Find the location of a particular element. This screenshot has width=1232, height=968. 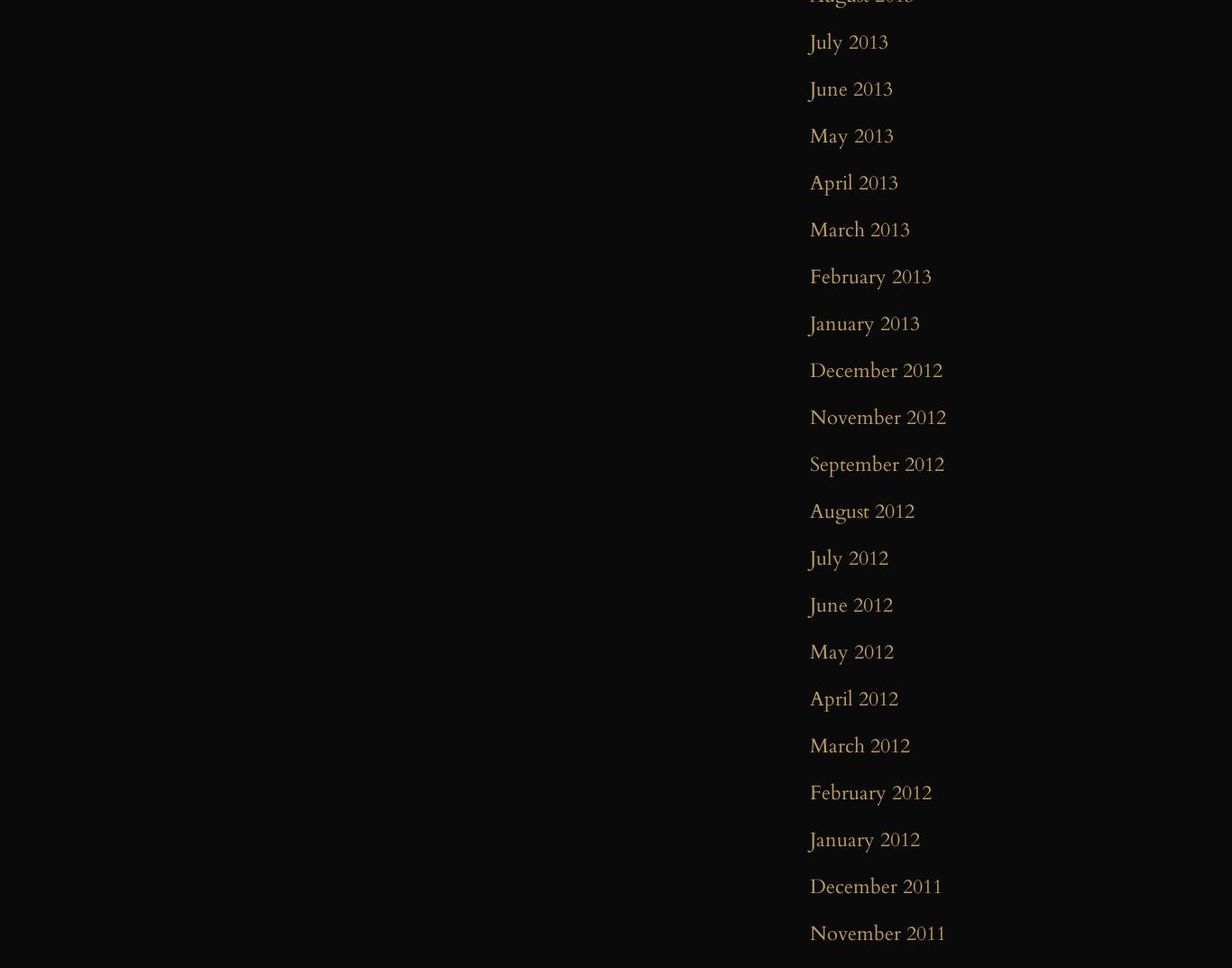

'January 2012' is located at coordinates (864, 840).